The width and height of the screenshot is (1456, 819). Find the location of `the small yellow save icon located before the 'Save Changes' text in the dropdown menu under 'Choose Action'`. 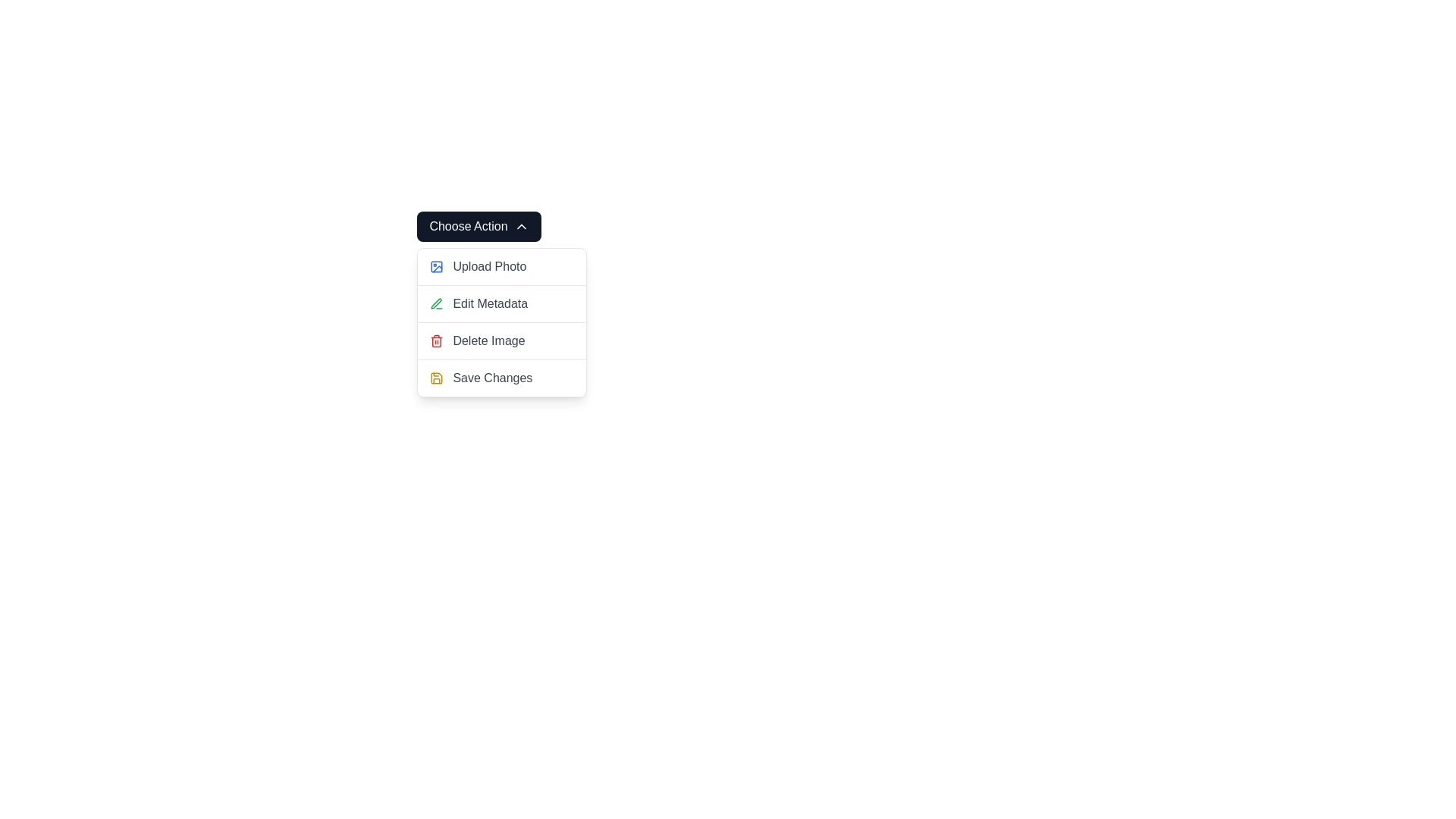

the small yellow save icon located before the 'Save Changes' text in the dropdown menu under 'Choose Action' is located at coordinates (436, 377).